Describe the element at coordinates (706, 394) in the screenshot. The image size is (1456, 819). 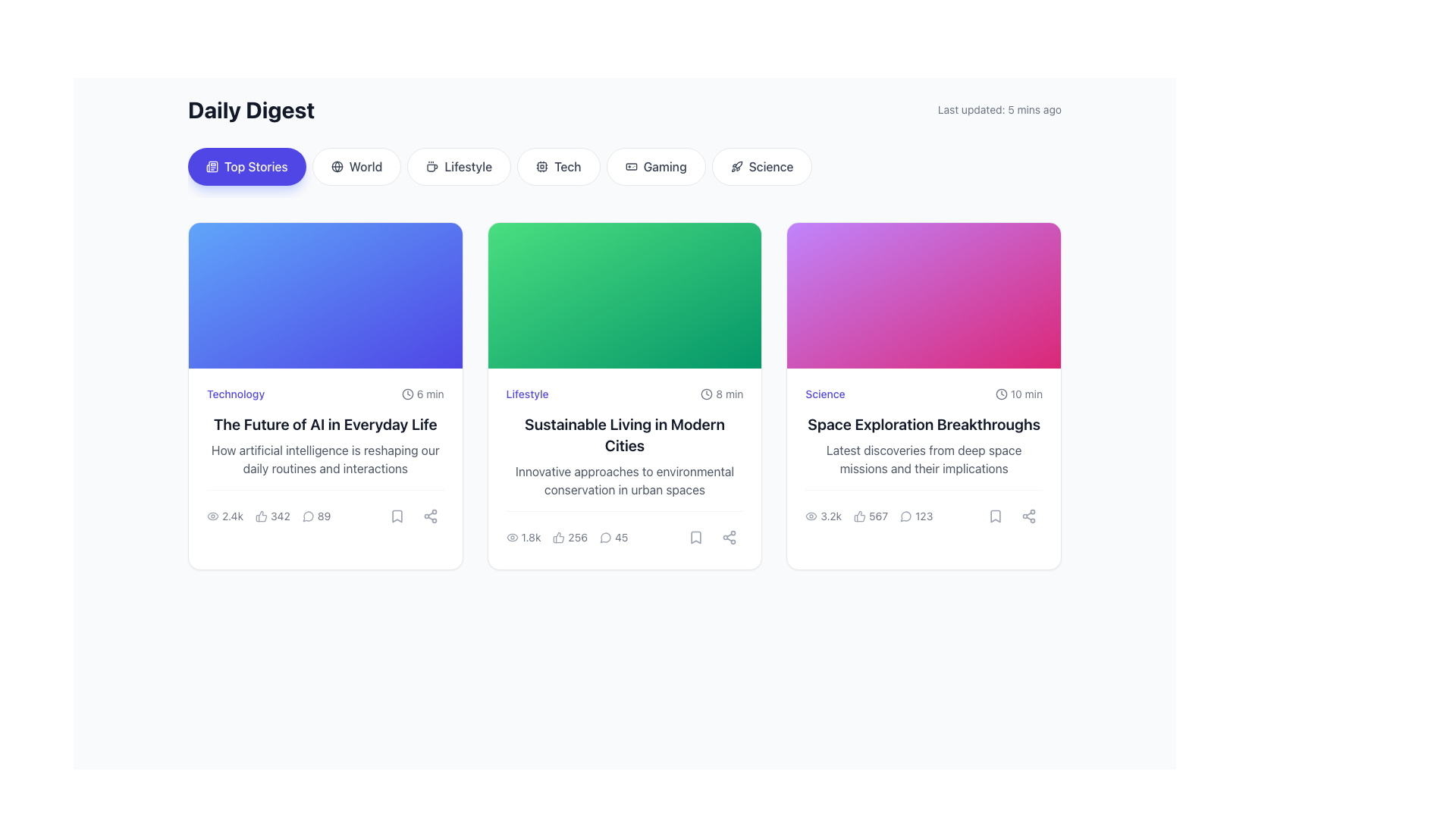
I see `the SVG icon representing duration or timestamp information located to the left of the text '8 min' under the title 'Lifestyle' in the middle of the cards row` at that location.